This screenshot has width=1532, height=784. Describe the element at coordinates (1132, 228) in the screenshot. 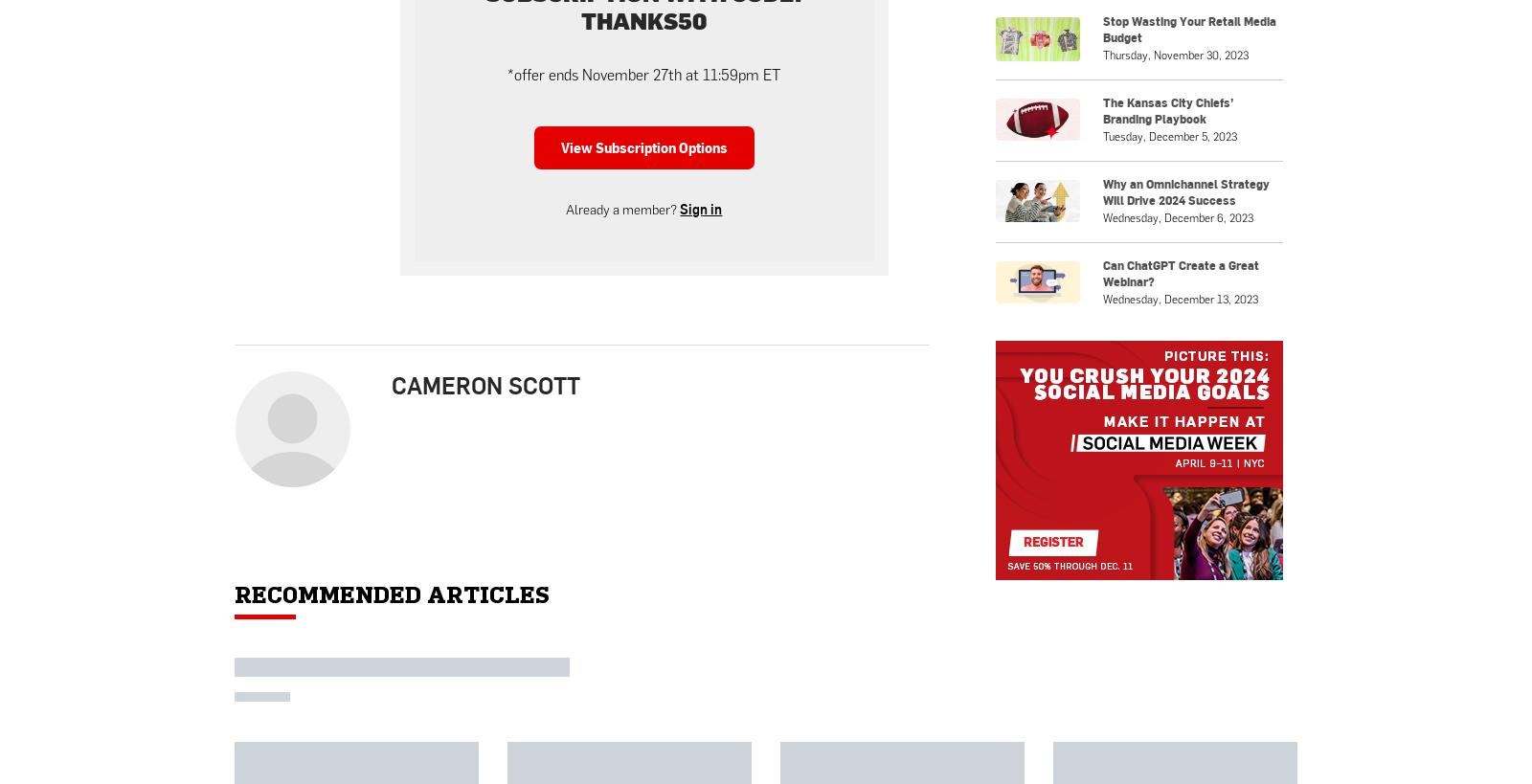

I see `'Upcoming Webinars'` at that location.